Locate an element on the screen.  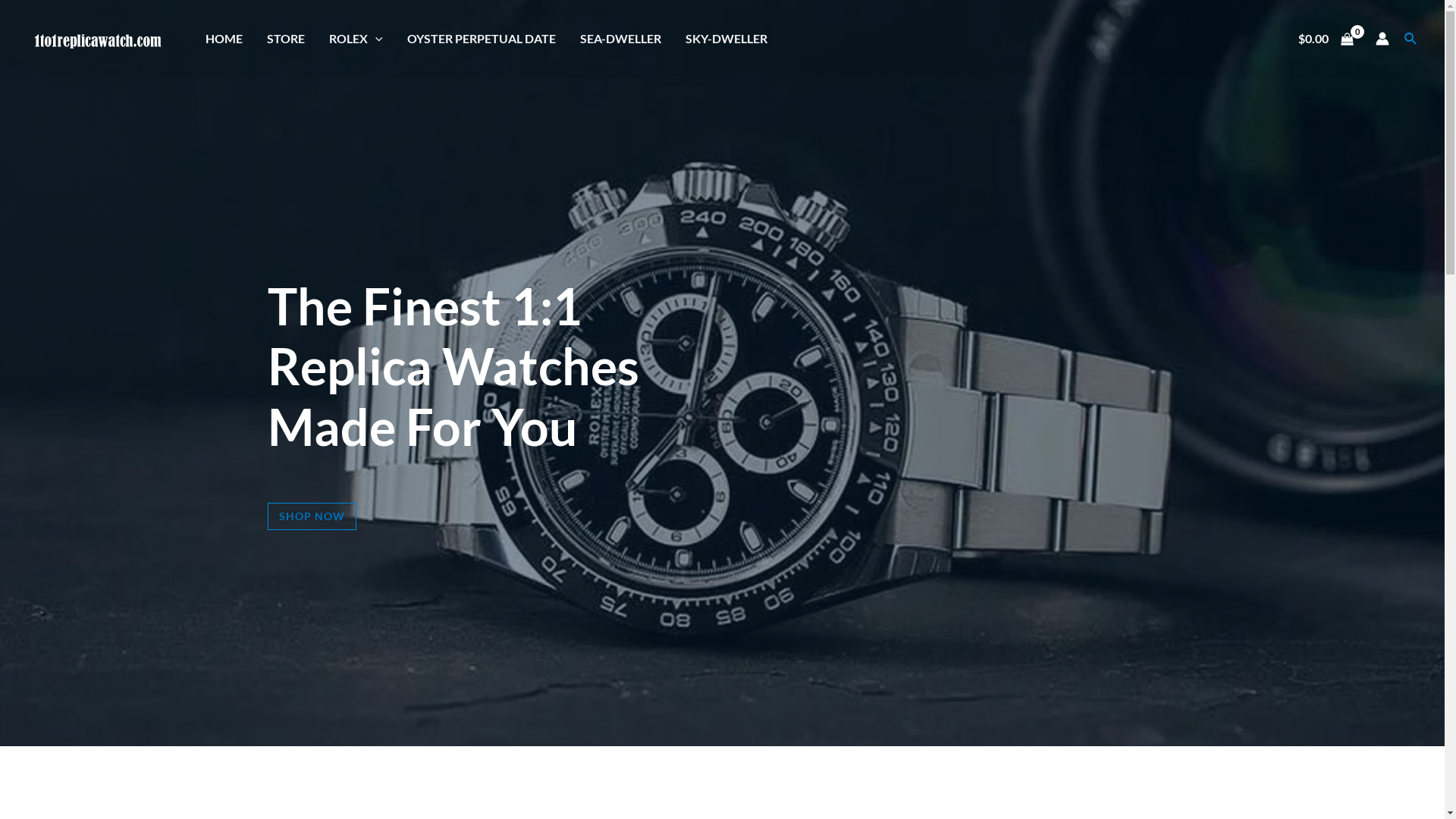
'$0.00' is located at coordinates (1325, 37).